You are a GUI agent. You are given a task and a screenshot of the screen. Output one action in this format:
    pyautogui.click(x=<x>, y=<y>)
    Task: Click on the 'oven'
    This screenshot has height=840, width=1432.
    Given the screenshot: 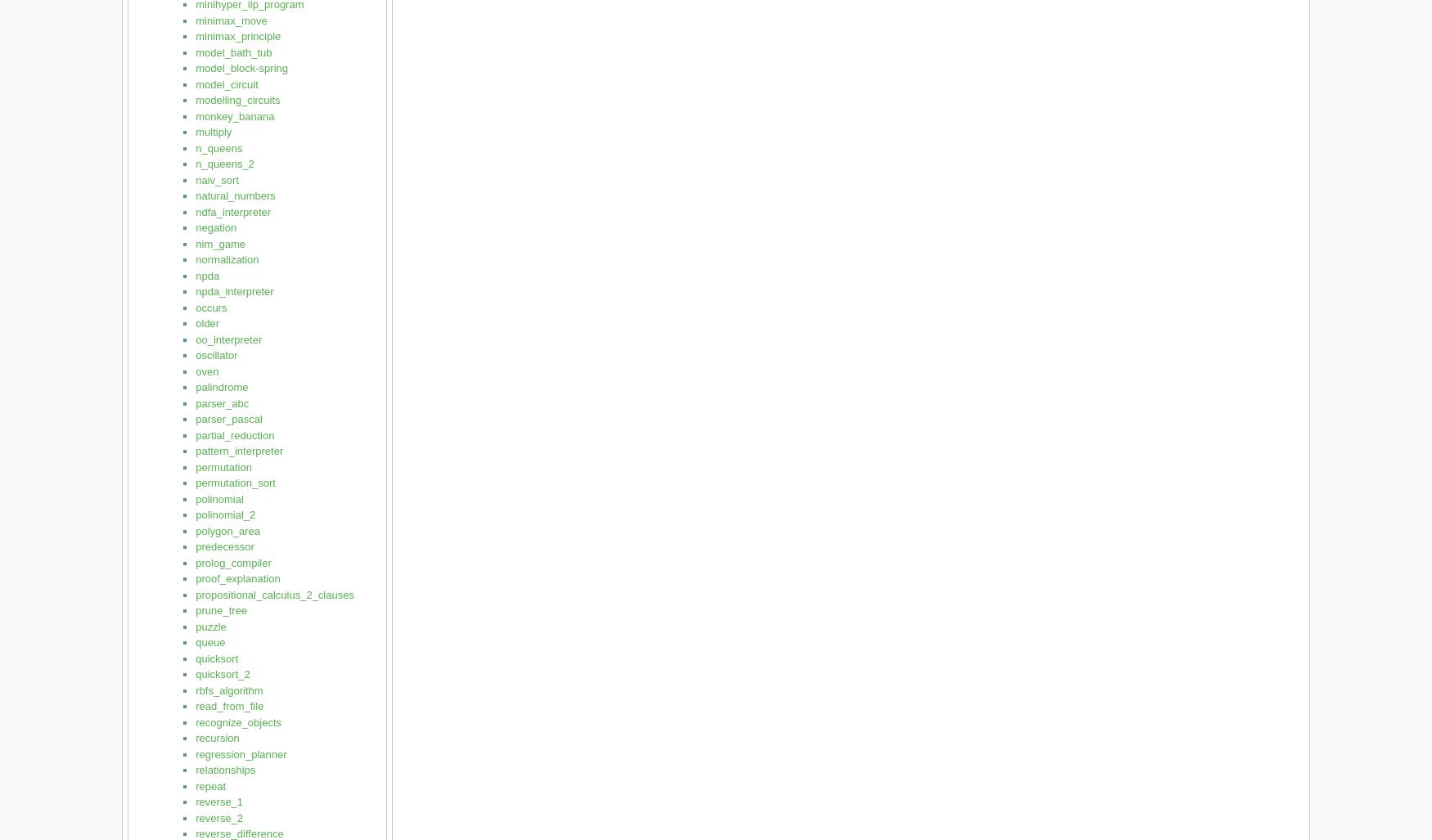 What is the action you would take?
    pyautogui.click(x=206, y=370)
    